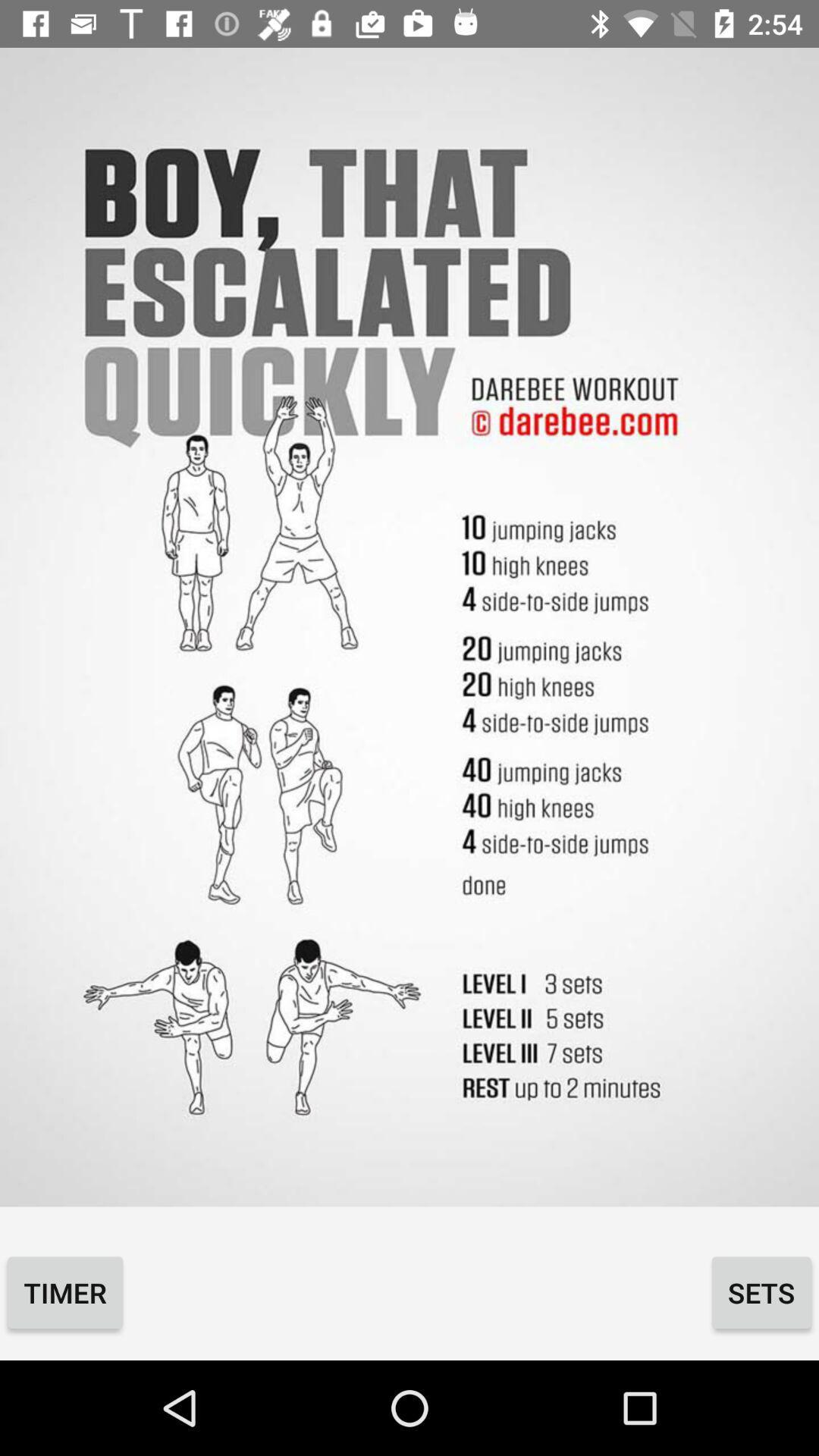 The image size is (819, 1456). Describe the element at coordinates (64, 1291) in the screenshot. I see `icon to the left of the sets icon` at that location.